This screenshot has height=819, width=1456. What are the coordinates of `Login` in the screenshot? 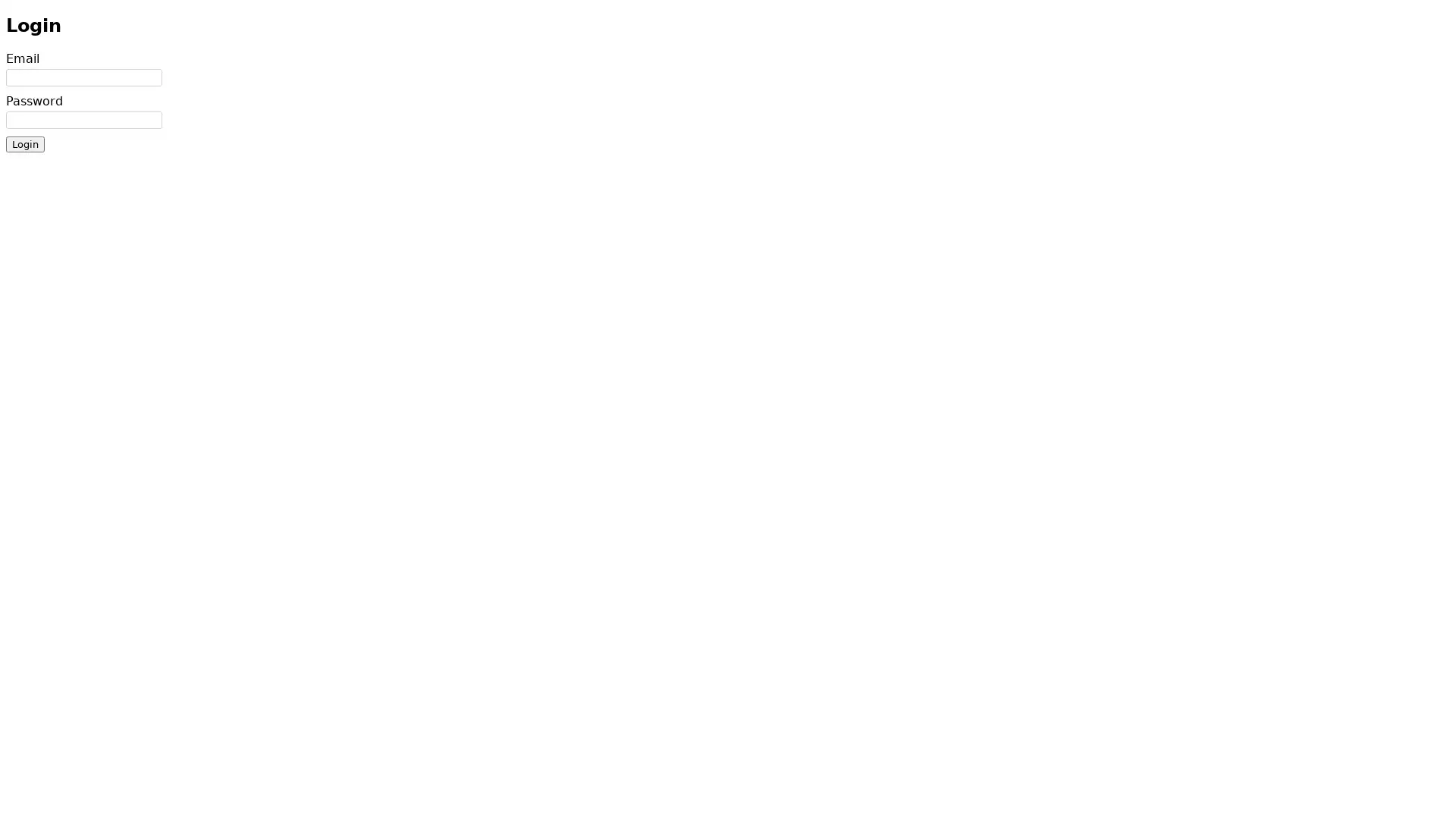 It's located at (25, 143).